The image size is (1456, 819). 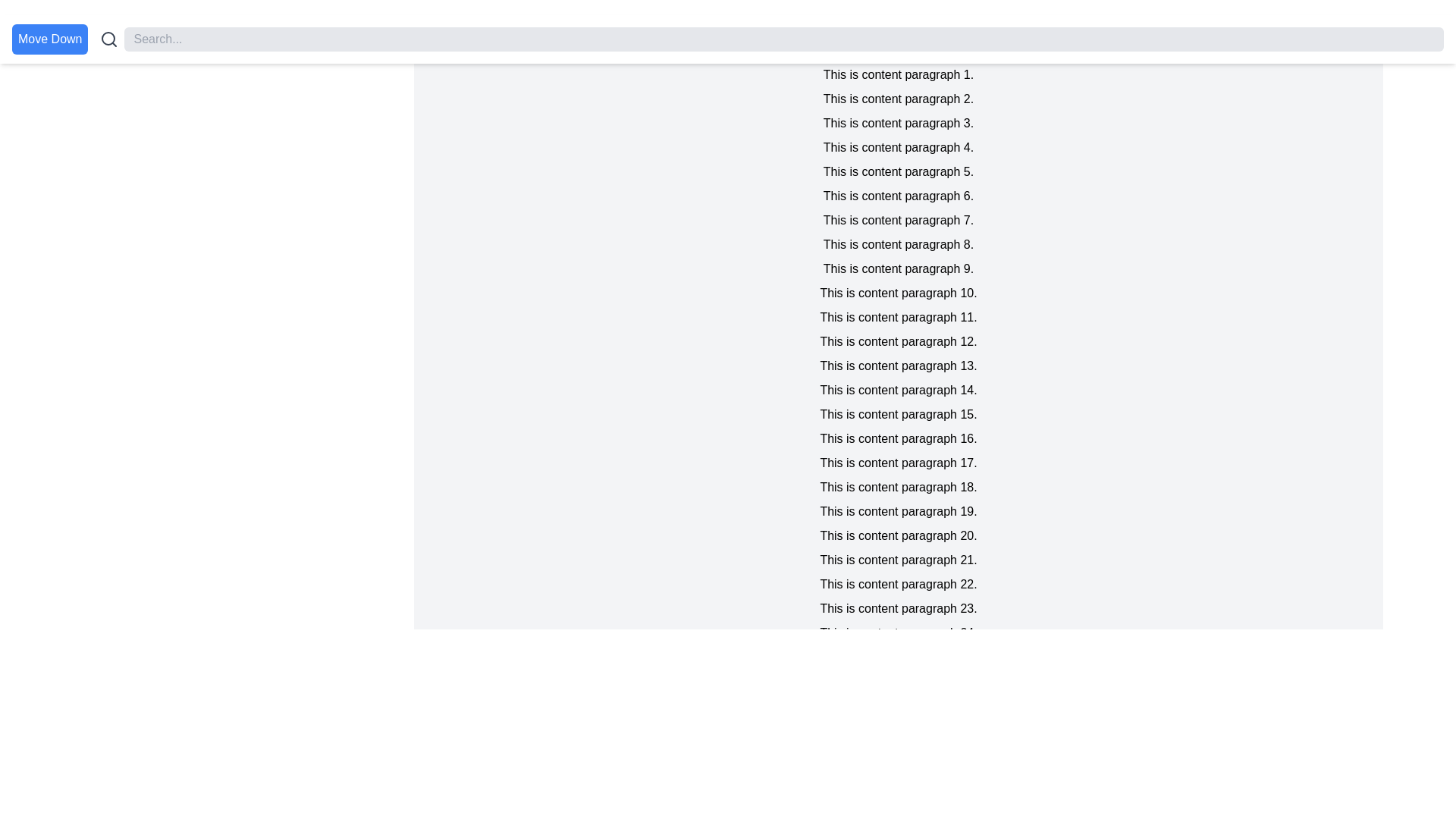 What do you see at coordinates (899, 560) in the screenshot?
I see `text content of the 21st paragraph in a vertical list of paragraphs` at bounding box center [899, 560].